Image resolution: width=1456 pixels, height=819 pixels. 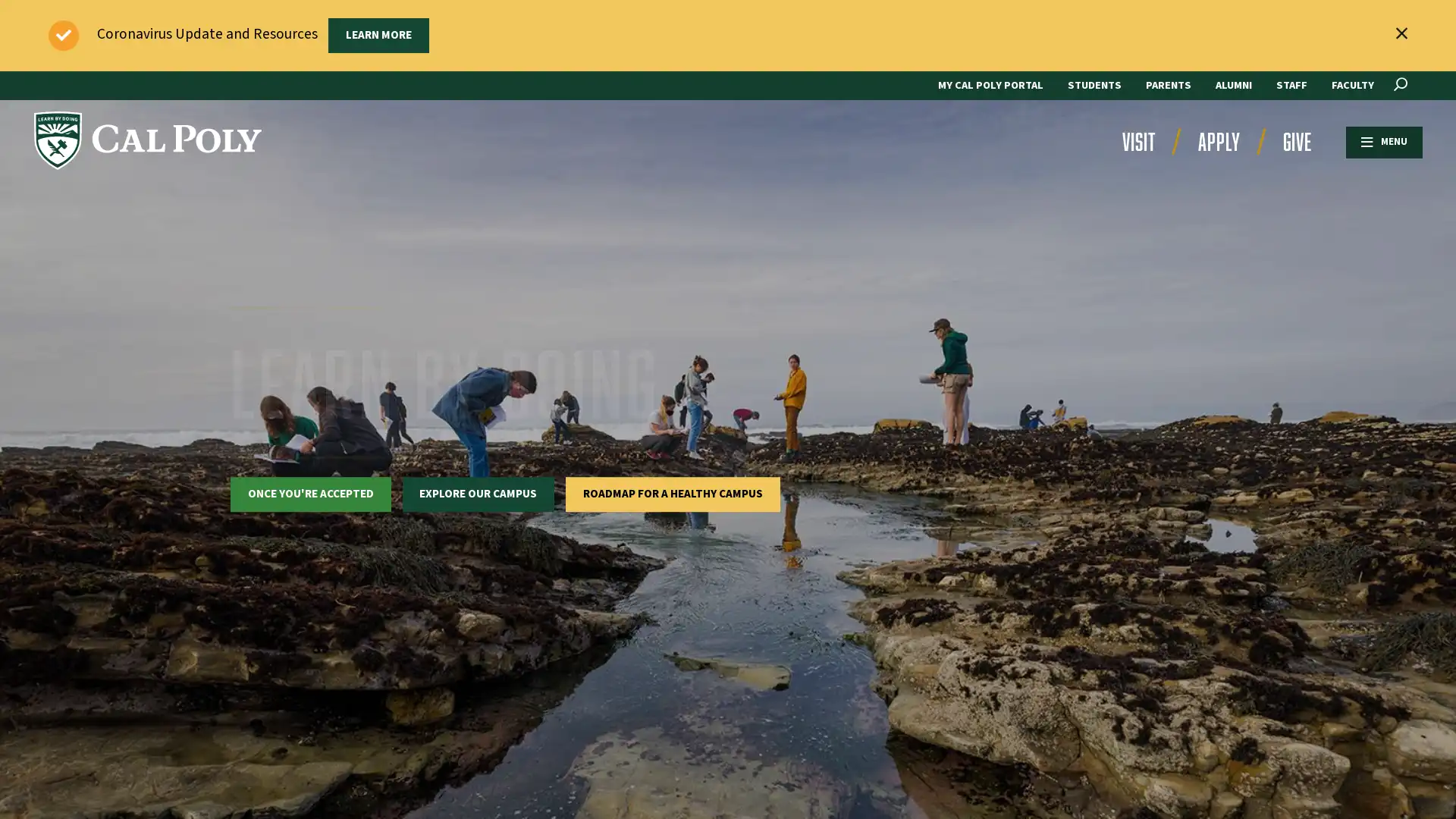 I want to click on Dismiss alert, so click(x=1401, y=33).